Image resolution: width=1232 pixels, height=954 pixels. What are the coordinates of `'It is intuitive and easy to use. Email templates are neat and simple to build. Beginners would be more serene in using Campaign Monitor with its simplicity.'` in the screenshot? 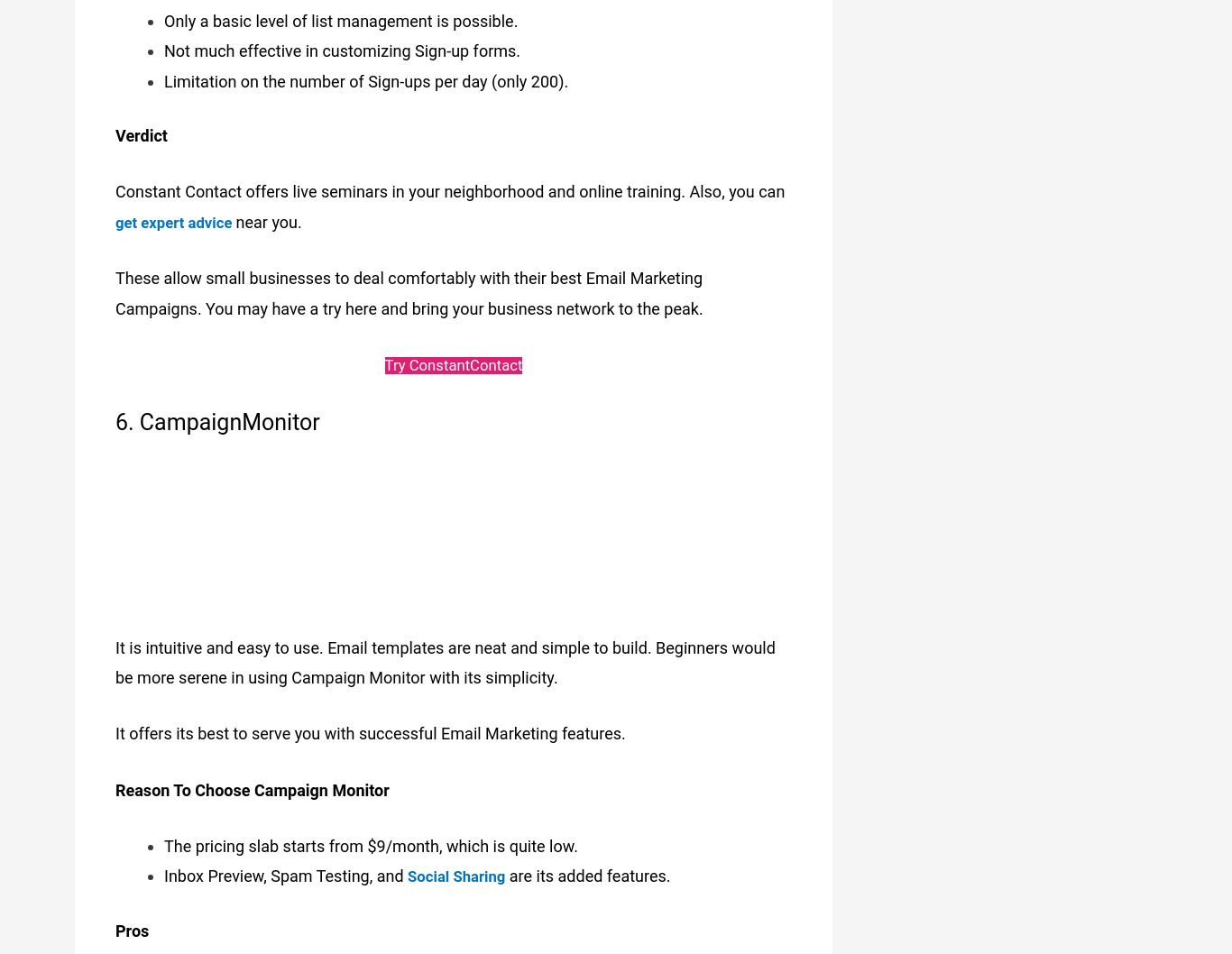 It's located at (114, 652).